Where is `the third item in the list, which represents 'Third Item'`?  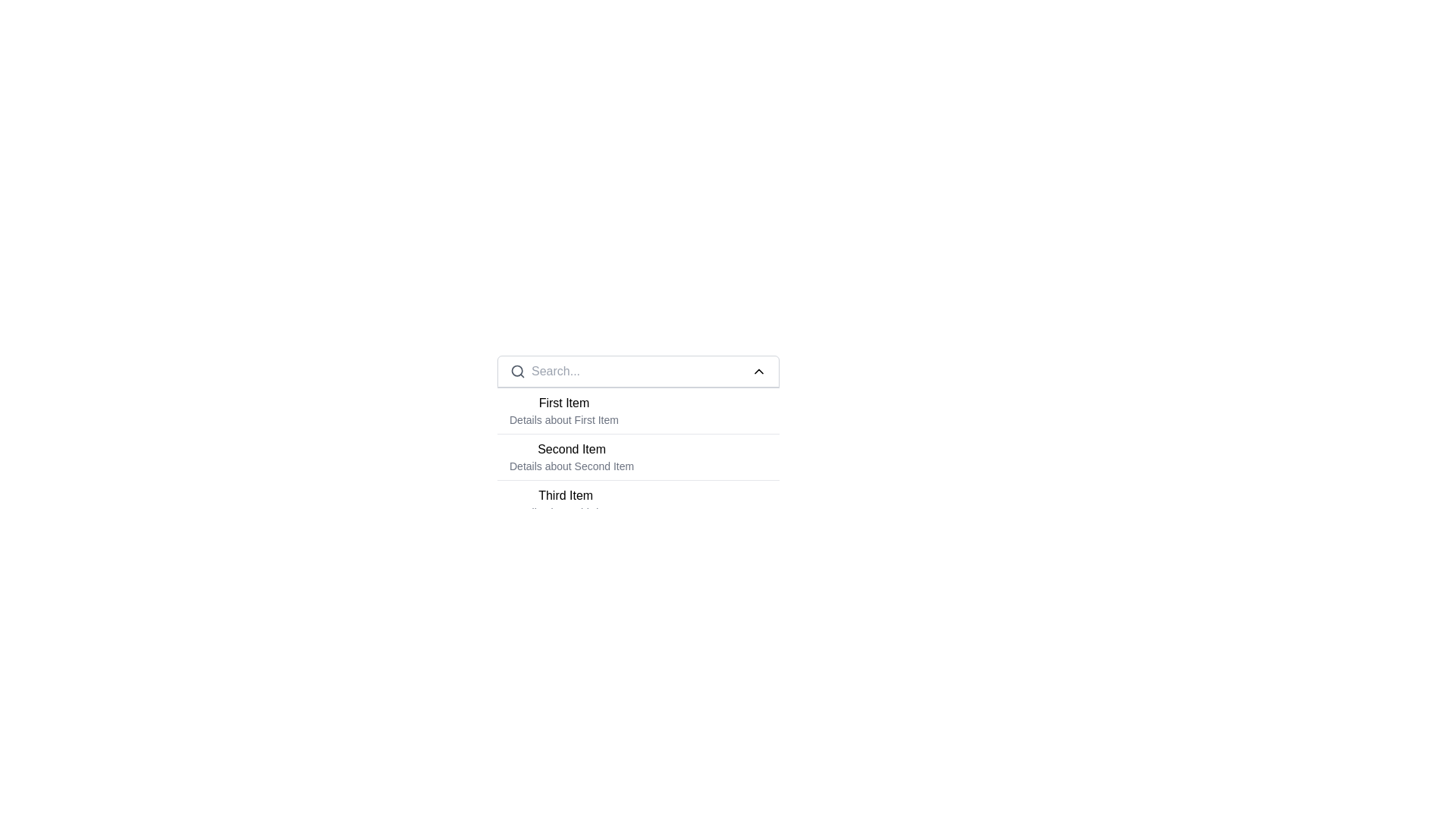 the third item in the list, which represents 'Third Item' is located at coordinates (638, 503).